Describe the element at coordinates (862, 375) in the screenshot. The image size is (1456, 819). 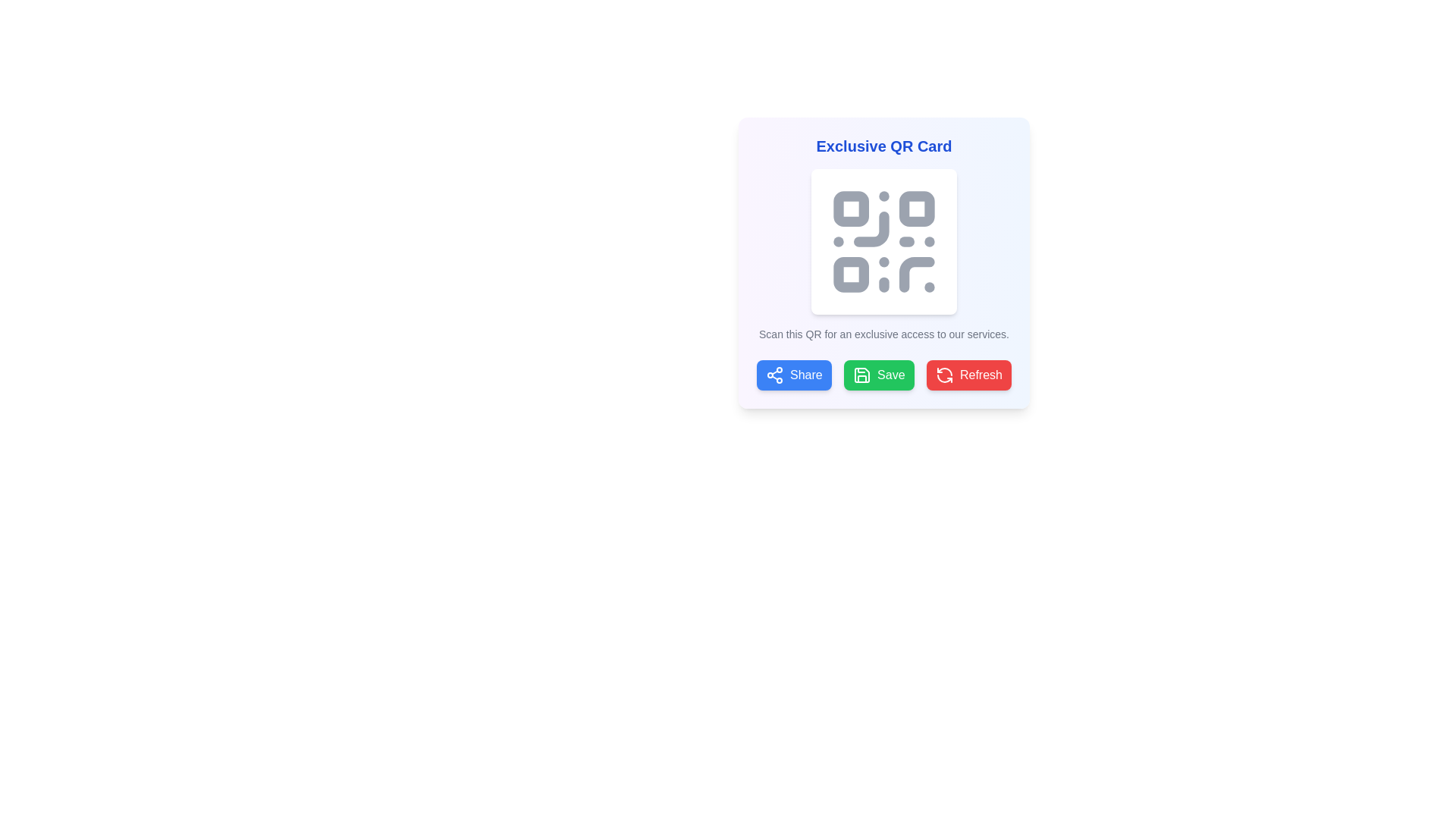
I see `the floppy disk icon on the 'Save' button` at that location.